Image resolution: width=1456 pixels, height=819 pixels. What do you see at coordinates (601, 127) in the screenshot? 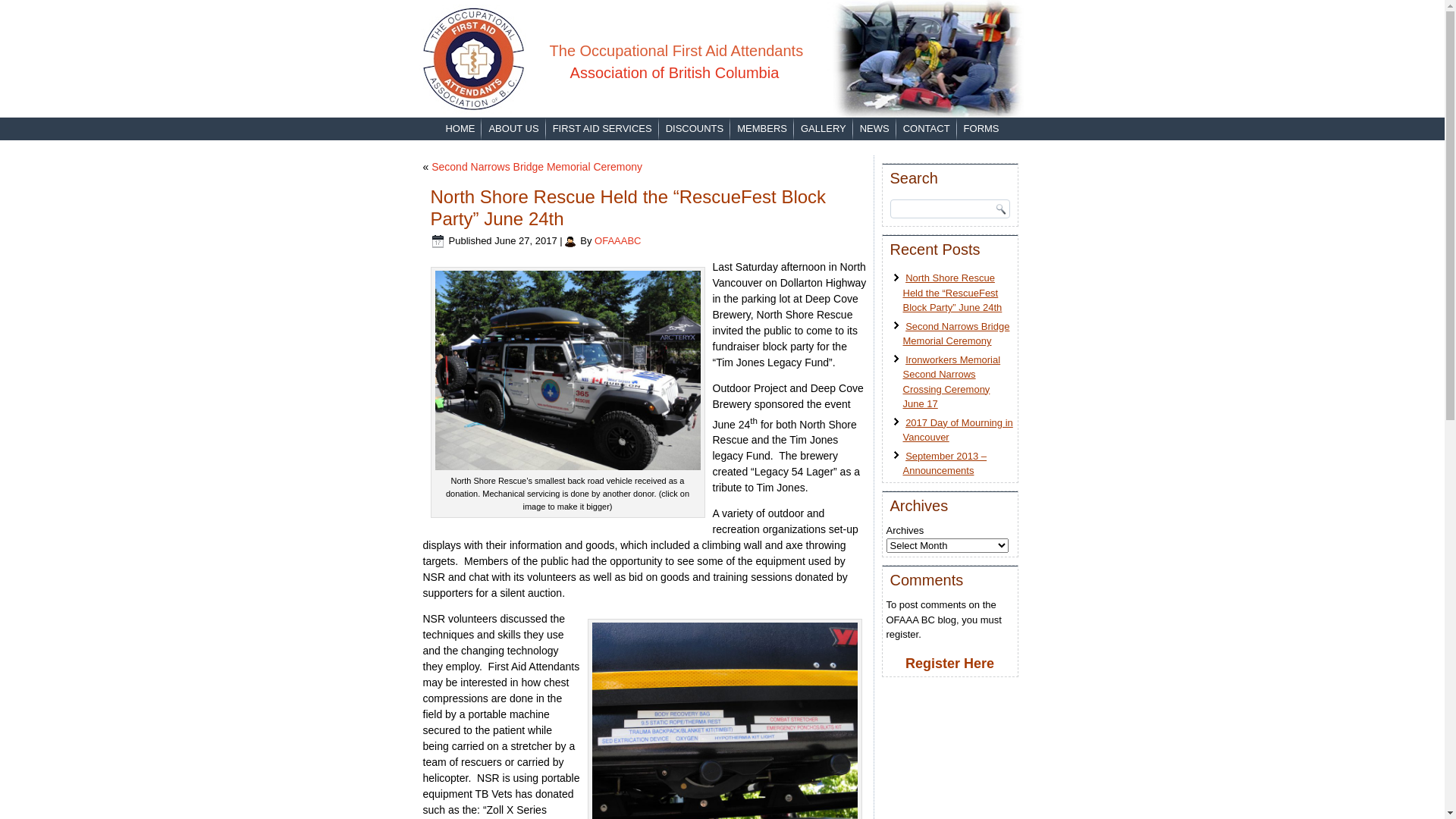
I see `'FIRST AID SERVICES'` at bounding box center [601, 127].